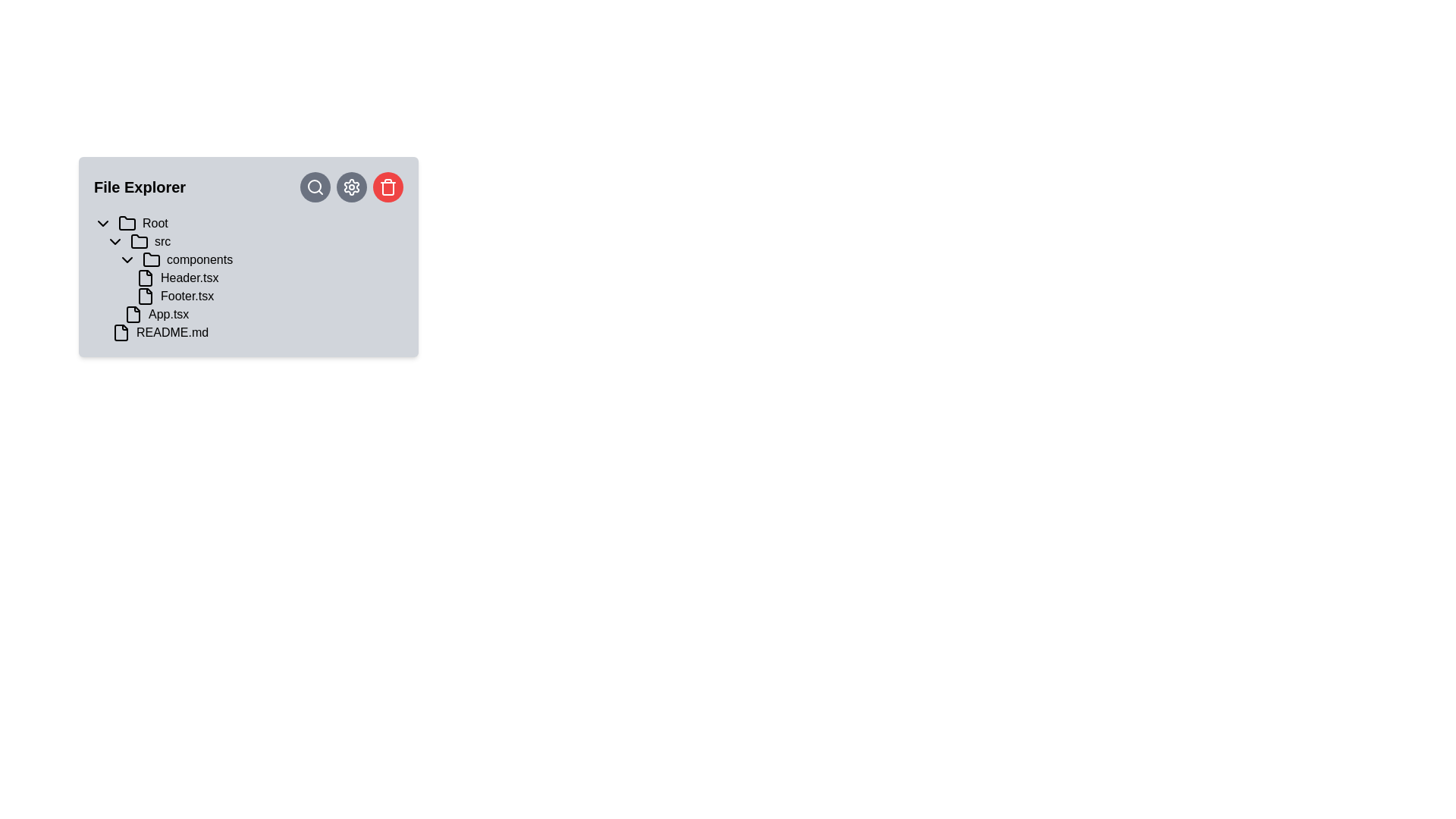 This screenshot has width=1456, height=819. I want to click on the circular settings button with a gear icon located in the top-right corner of the 'File Explorer' panel, so click(351, 186).